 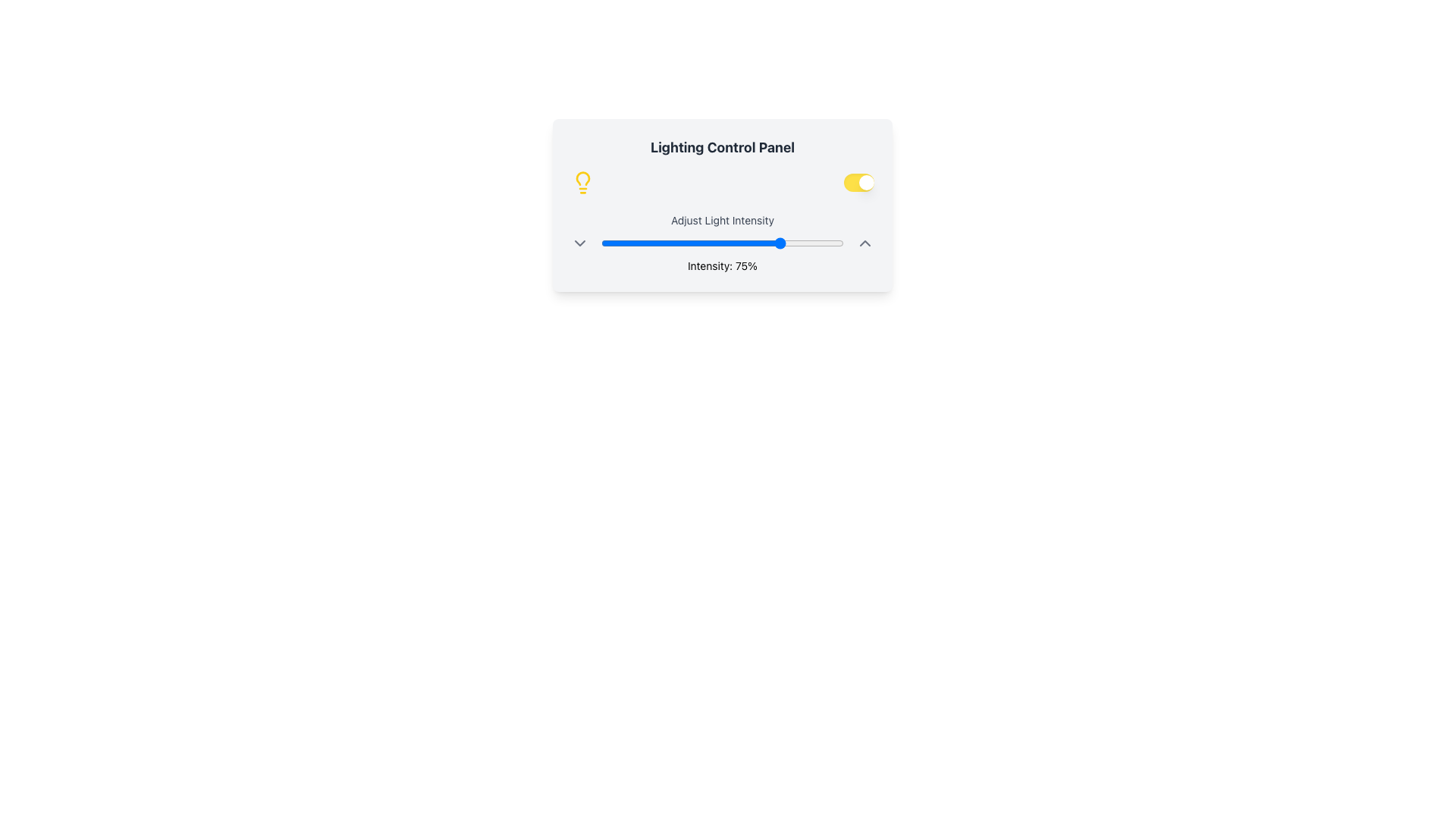 I want to click on the light intensity, so click(x=673, y=242).